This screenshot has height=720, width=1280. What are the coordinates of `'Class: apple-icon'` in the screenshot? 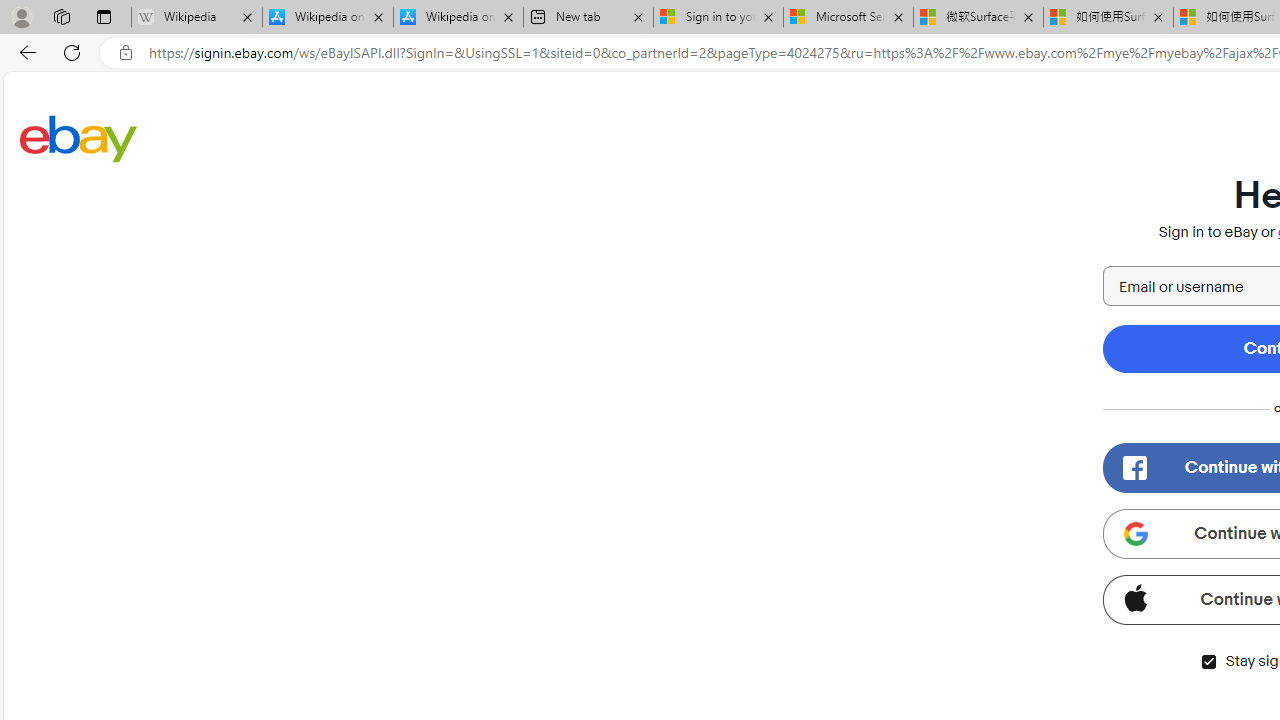 It's located at (1135, 596).